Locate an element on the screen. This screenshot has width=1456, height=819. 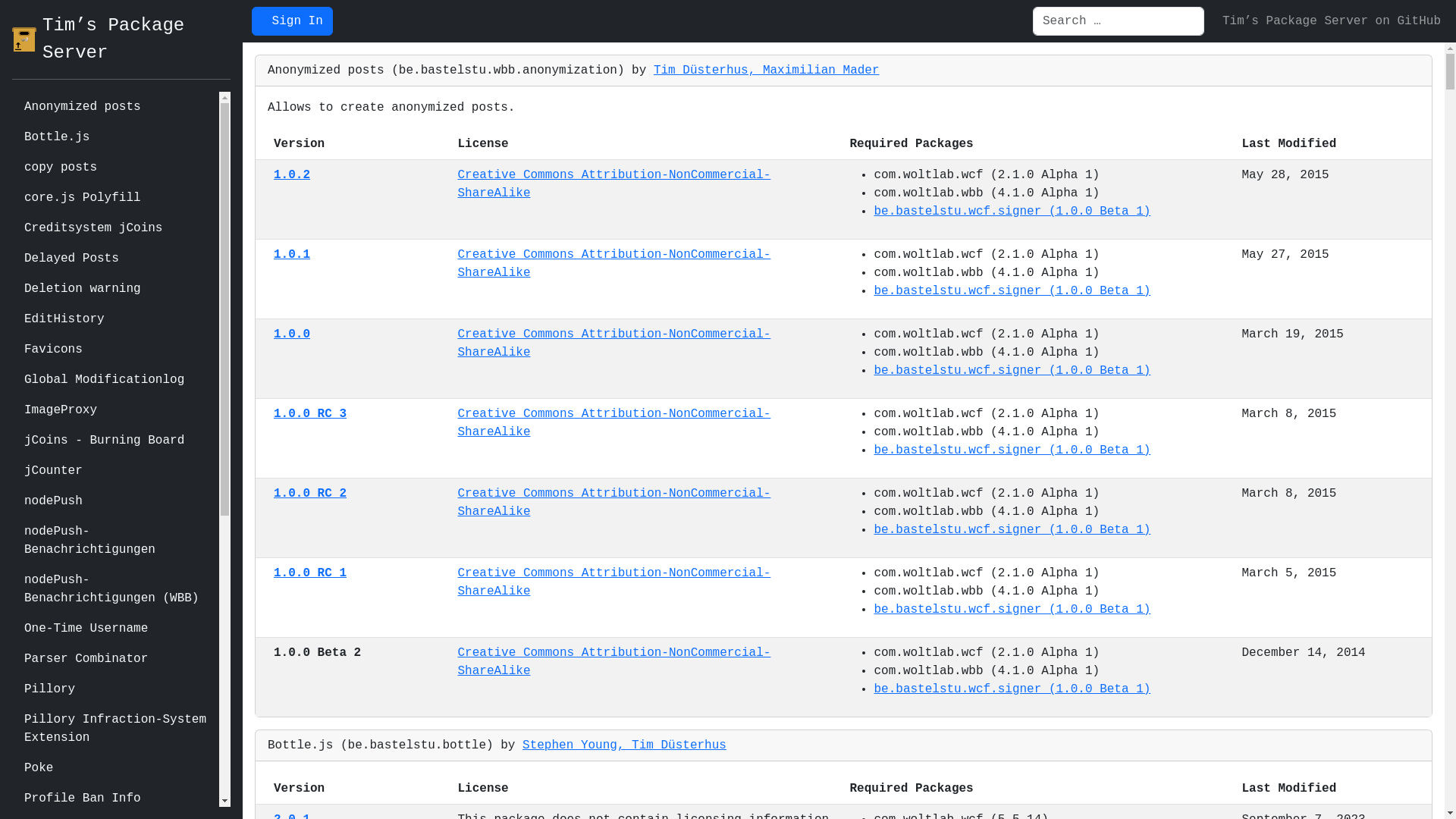
'Parser Combinator' is located at coordinates (115, 657).